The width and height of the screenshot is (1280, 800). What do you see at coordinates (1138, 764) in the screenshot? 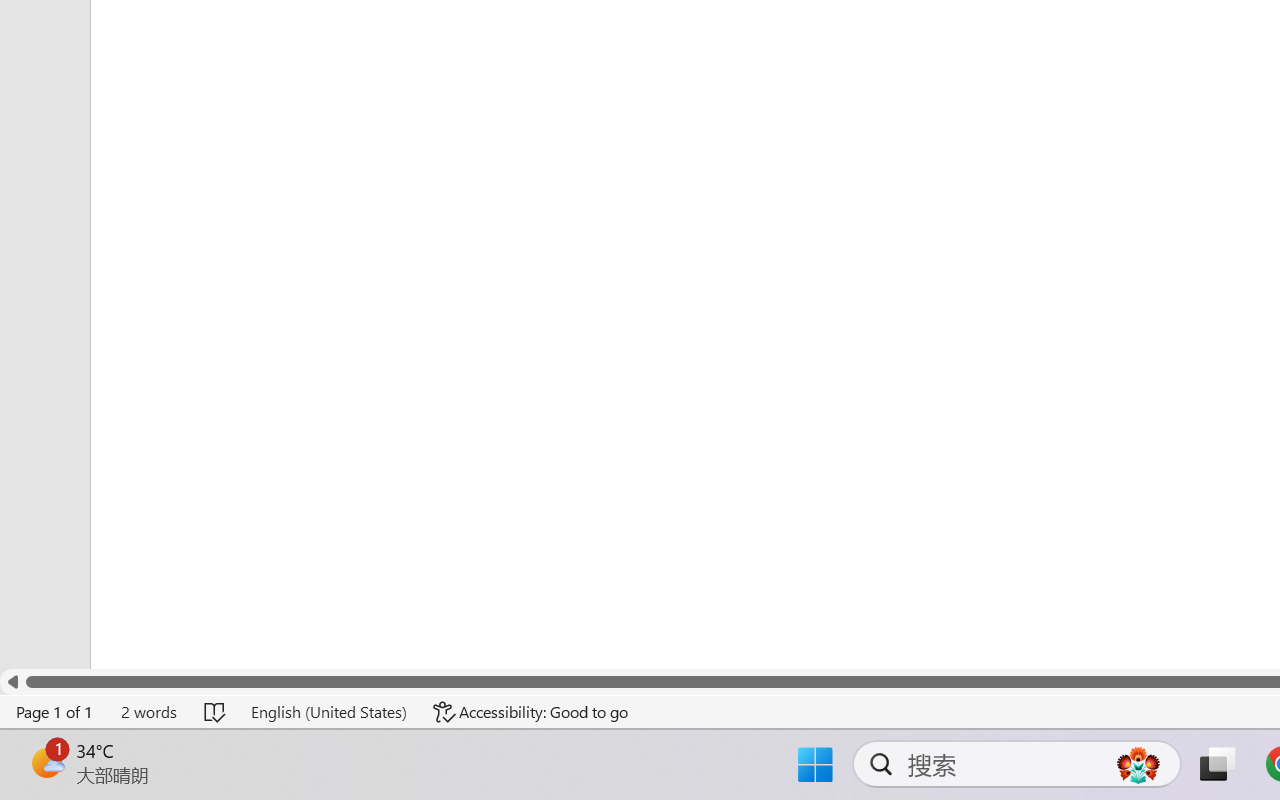
I see `'AutomationID: DynamicSearchBoxGleamImage'` at bounding box center [1138, 764].